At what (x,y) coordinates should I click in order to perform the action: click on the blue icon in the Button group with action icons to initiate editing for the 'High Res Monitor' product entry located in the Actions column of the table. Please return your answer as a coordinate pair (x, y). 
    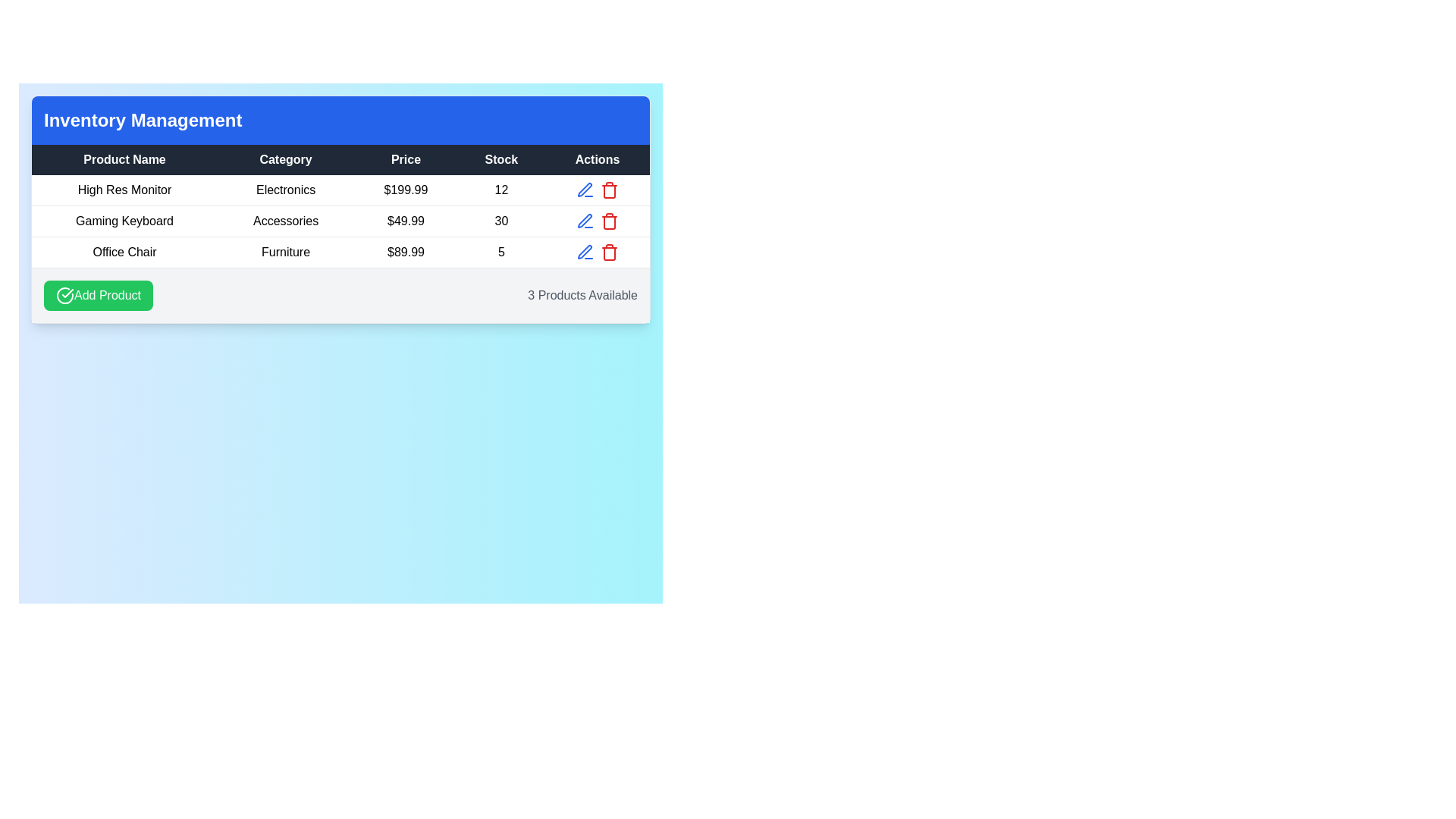
    Looking at the image, I should click on (596, 189).